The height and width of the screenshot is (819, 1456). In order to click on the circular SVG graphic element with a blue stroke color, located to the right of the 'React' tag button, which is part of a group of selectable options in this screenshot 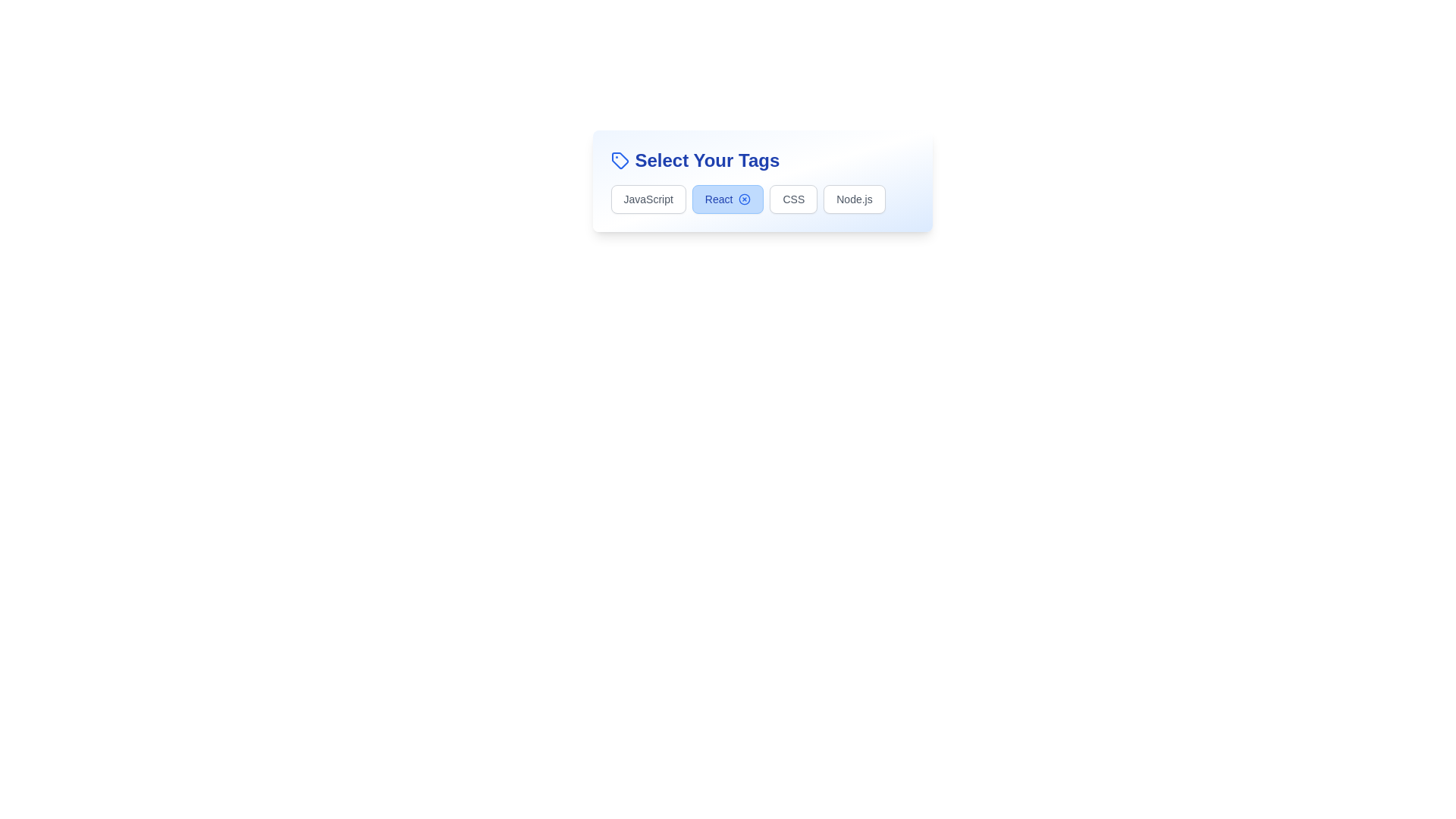, I will do `click(745, 198)`.